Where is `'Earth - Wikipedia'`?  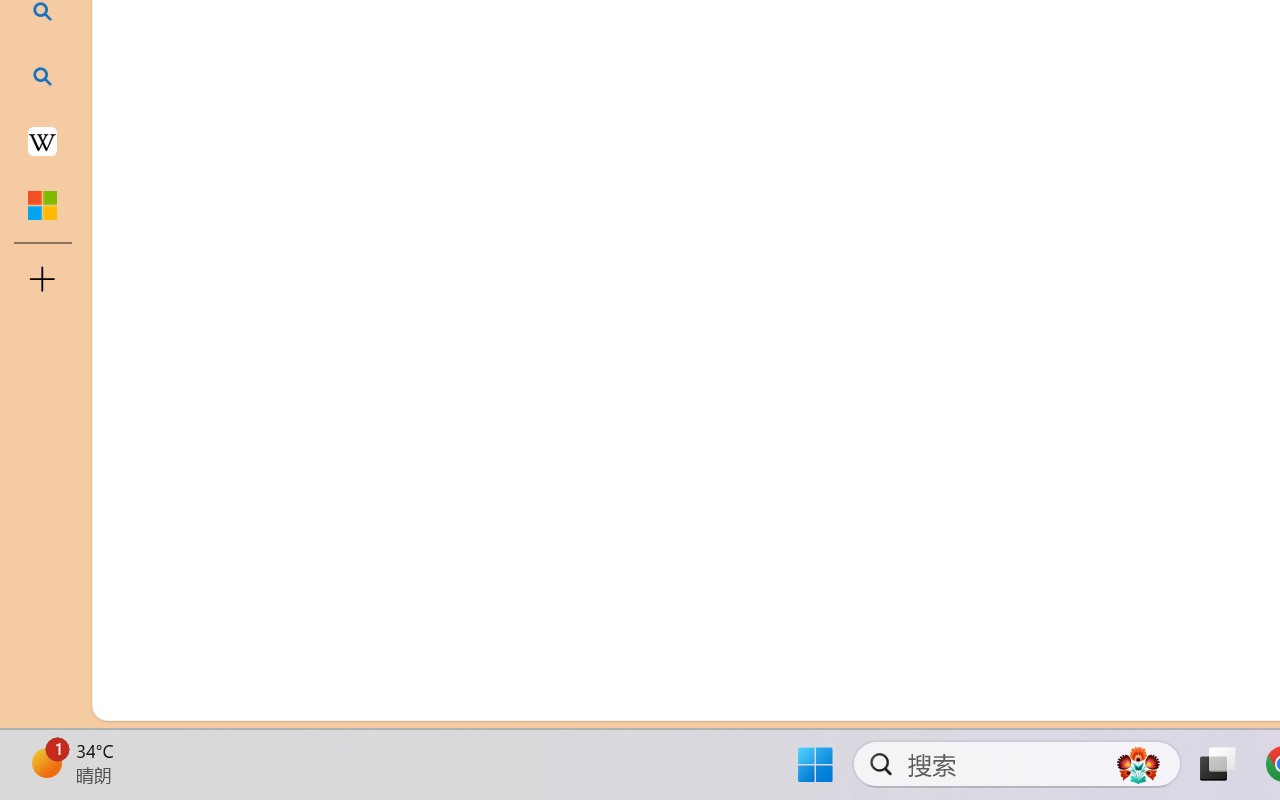 'Earth - Wikipedia' is located at coordinates (42, 140).